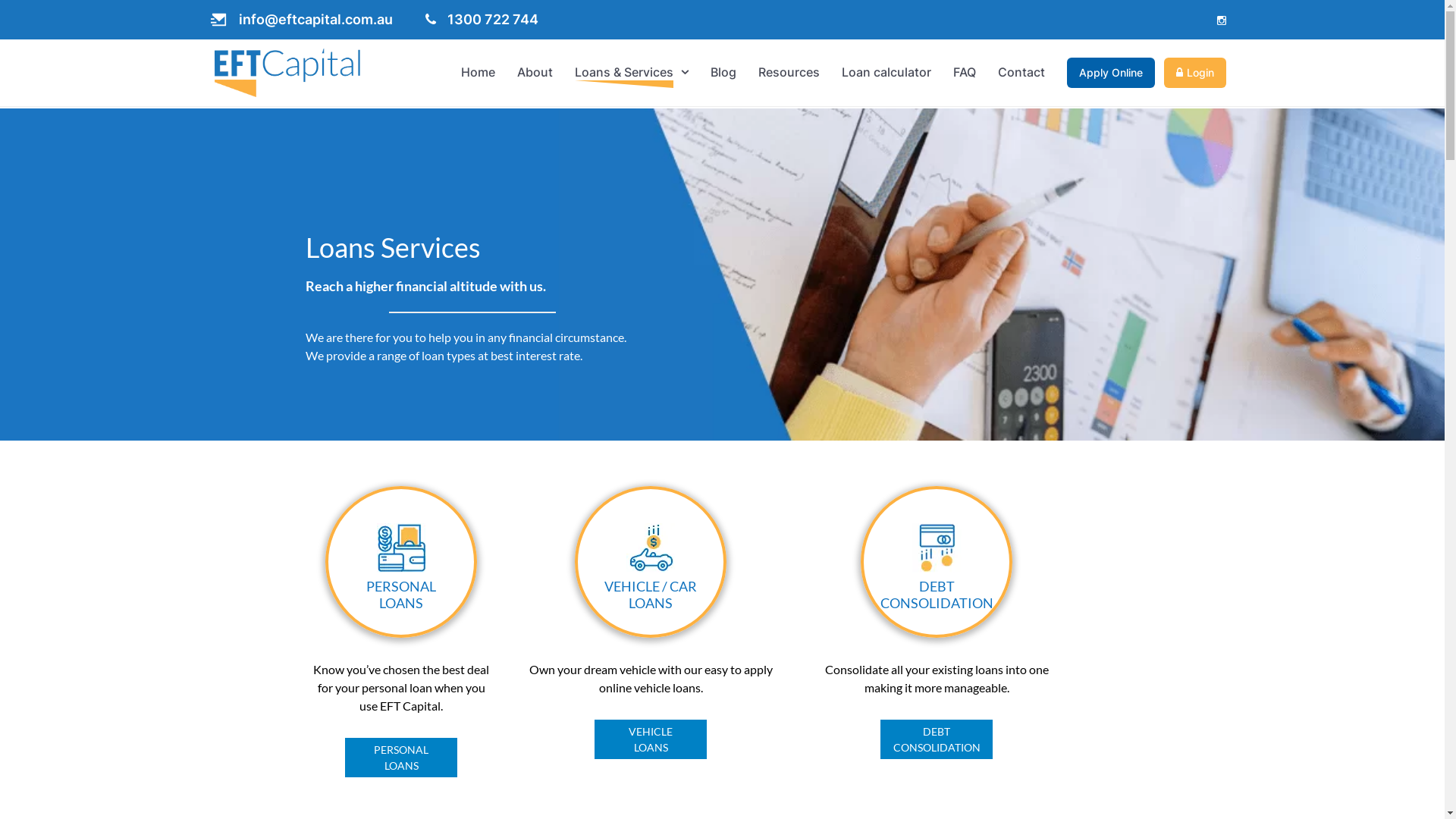  Describe the element at coordinates (1194, 73) in the screenshot. I see `'Login'` at that location.